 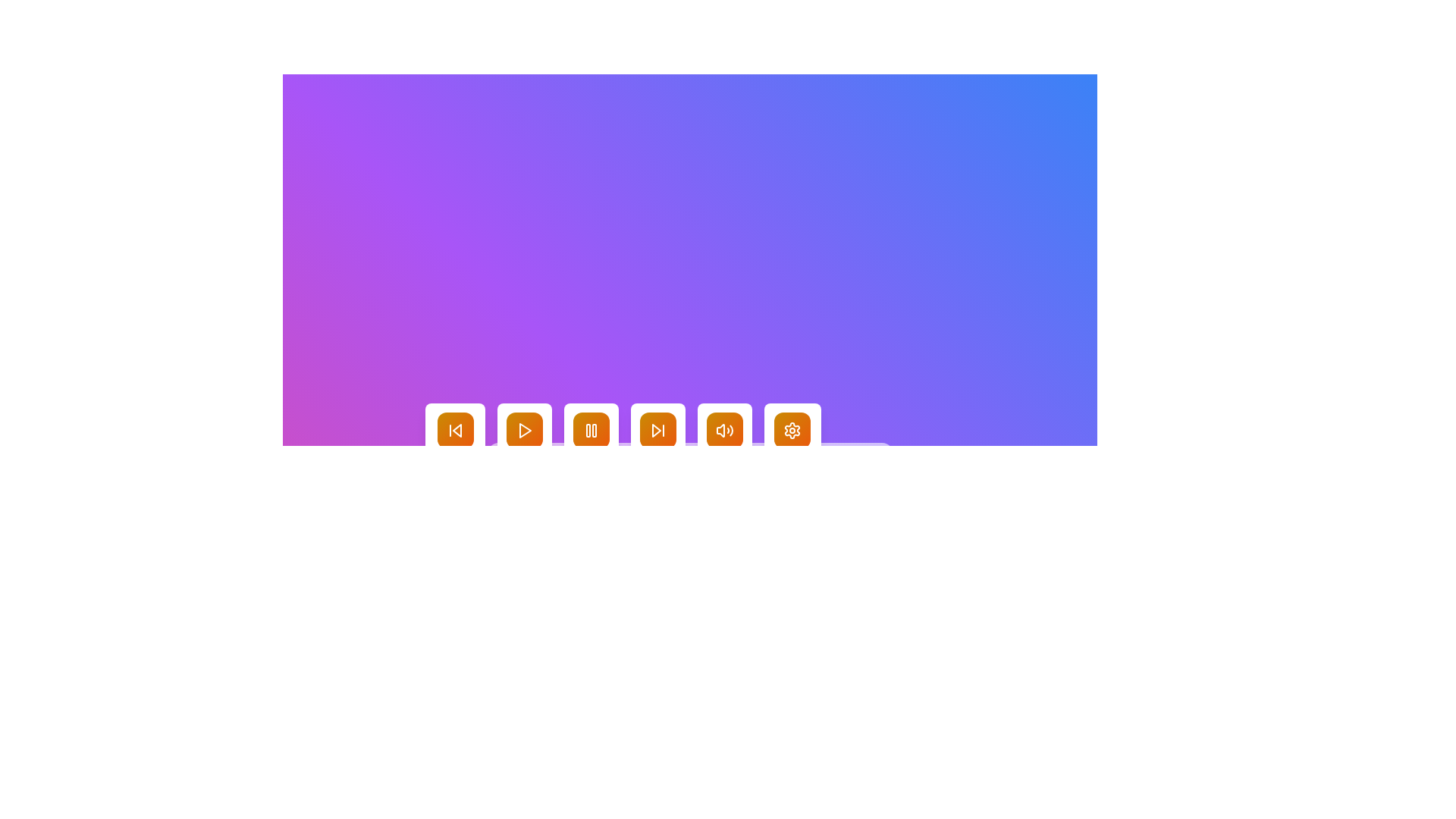 What do you see at coordinates (623, 441) in the screenshot?
I see `the vibrant yellow-orange gradient button with two vertical bar icons representing the 'Pause' symbol` at bounding box center [623, 441].